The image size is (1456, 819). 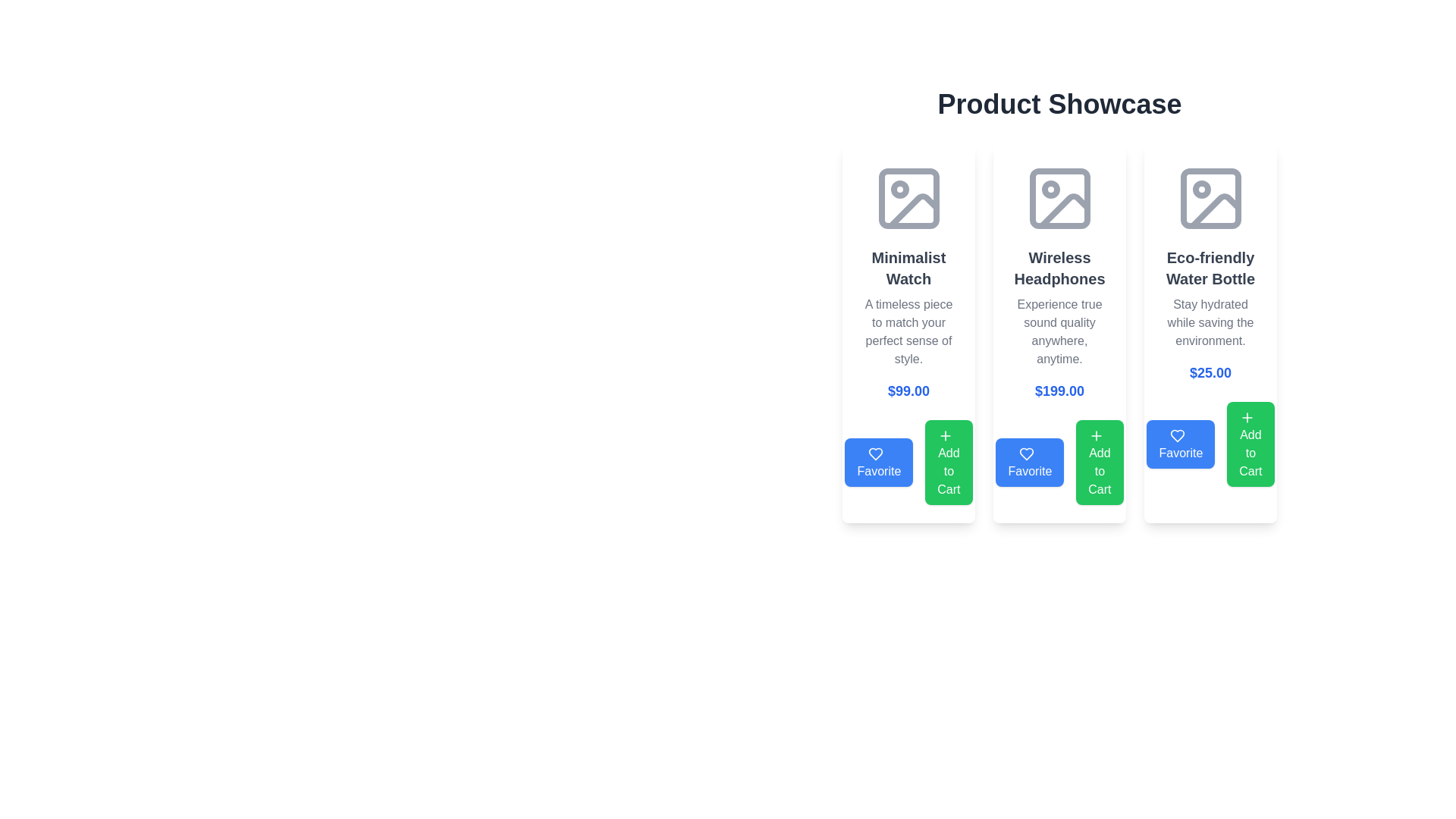 What do you see at coordinates (1027, 453) in the screenshot?
I see `the heart-shaped icon within the blue 'Favorite' button at the bottom left corner of the 'Wireless Headphones' card` at bounding box center [1027, 453].